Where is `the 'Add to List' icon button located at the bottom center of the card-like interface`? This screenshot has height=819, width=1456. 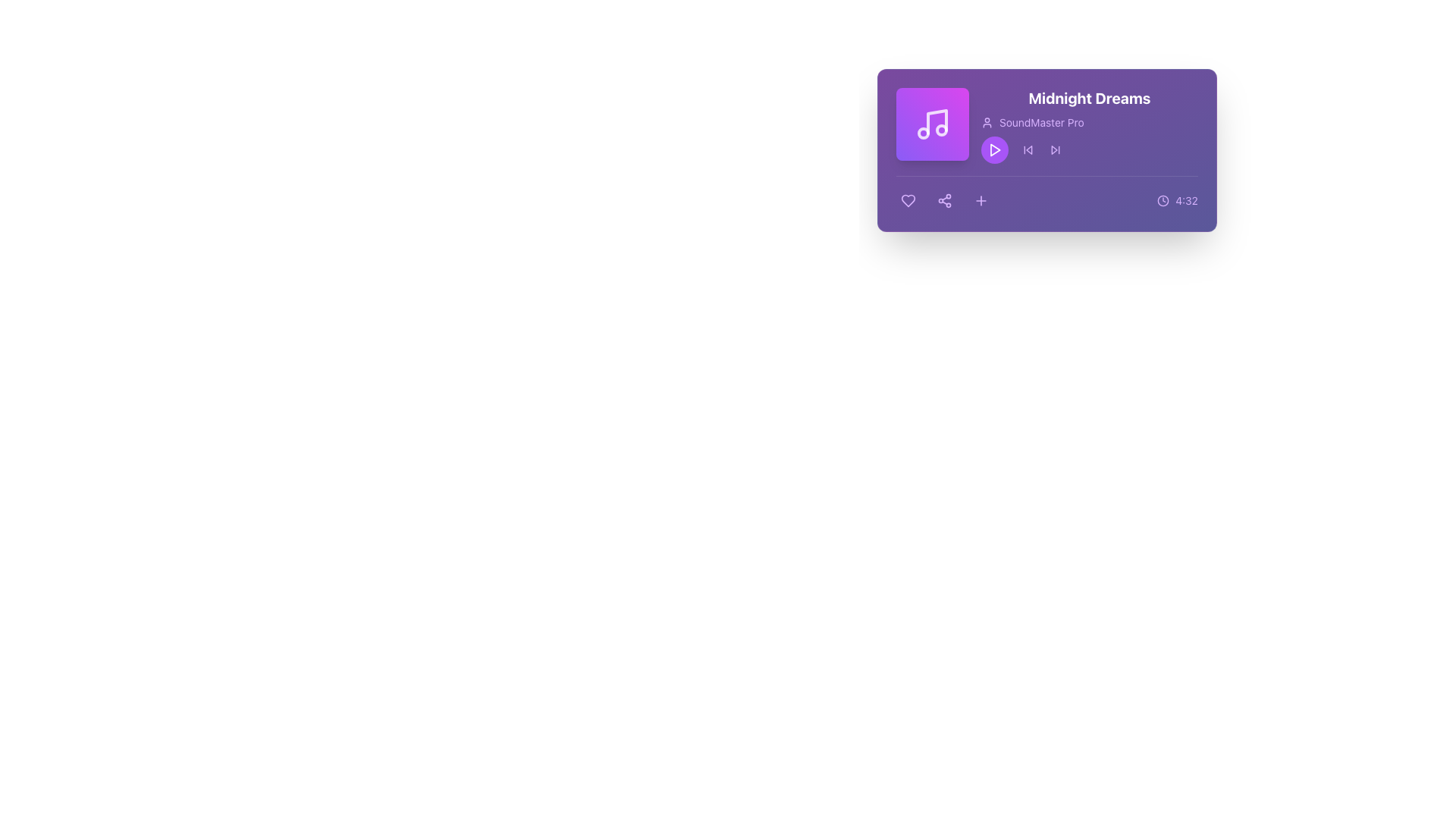
the 'Add to List' icon button located at the bottom center of the card-like interface is located at coordinates (981, 200).